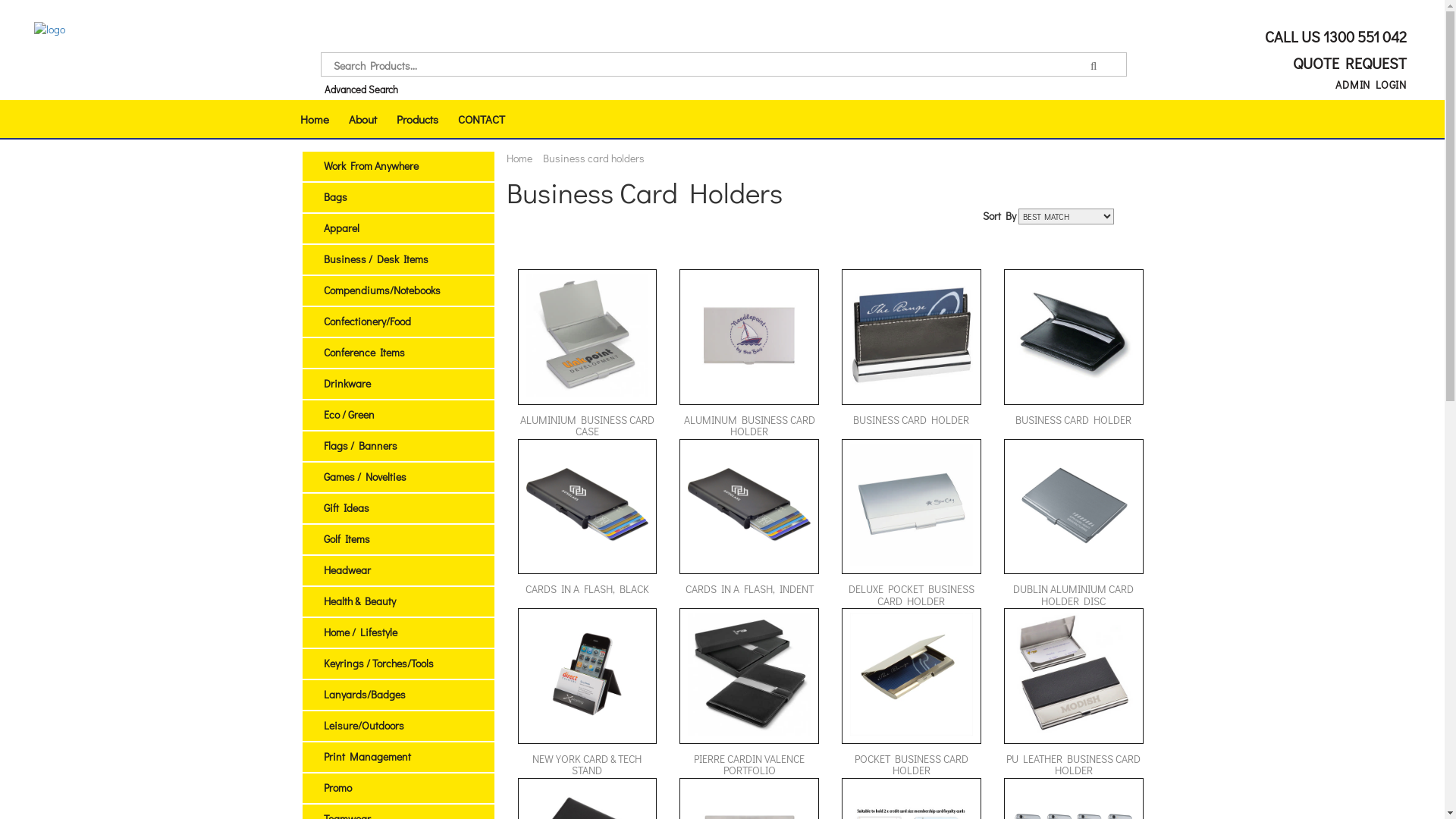  Describe the element at coordinates (322, 786) in the screenshot. I see `'Promo'` at that location.